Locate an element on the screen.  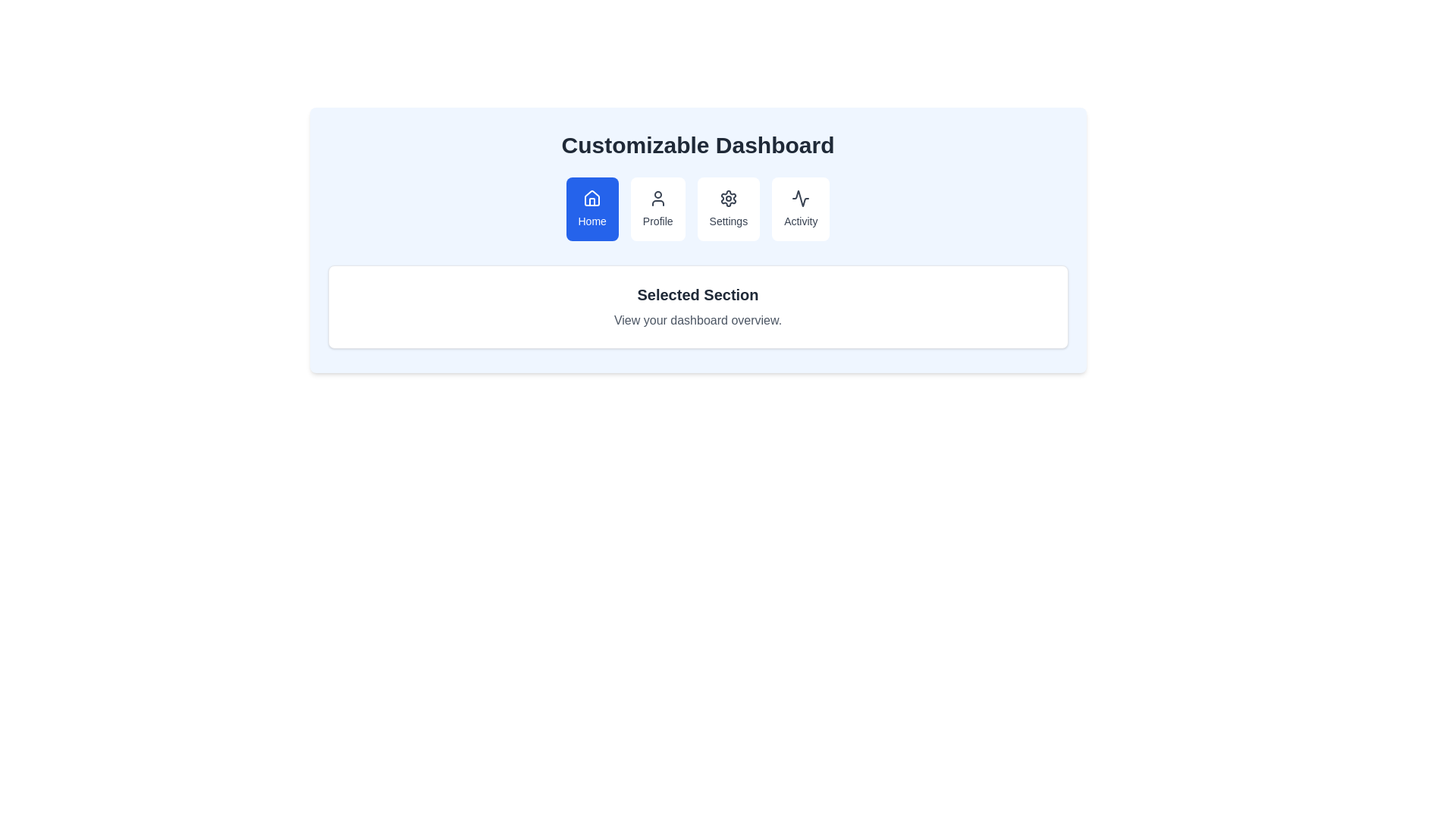
the 'Settings' icon located in the navigation bar is located at coordinates (728, 198).